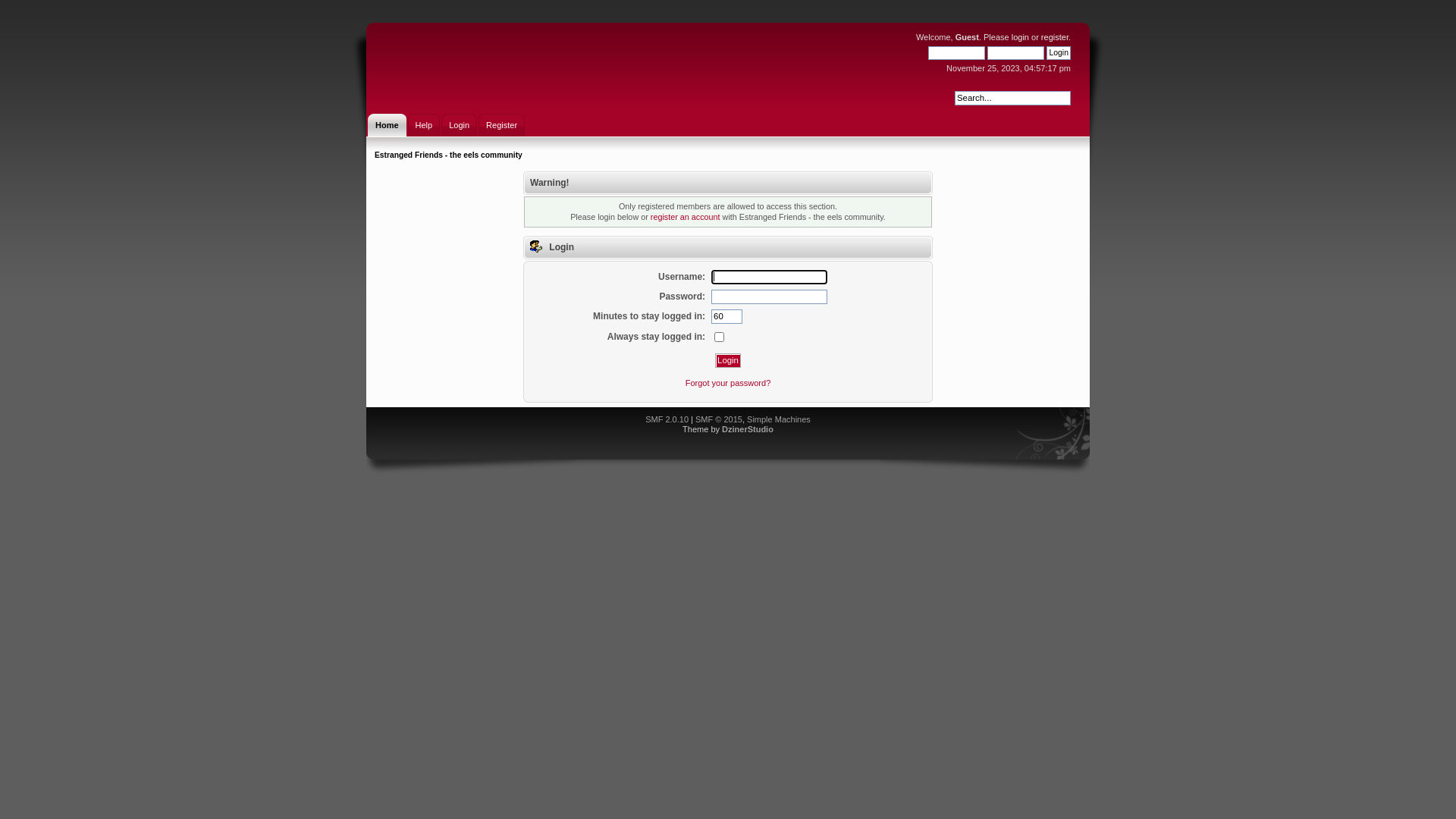  I want to click on 'Forgot your password?', so click(728, 382).